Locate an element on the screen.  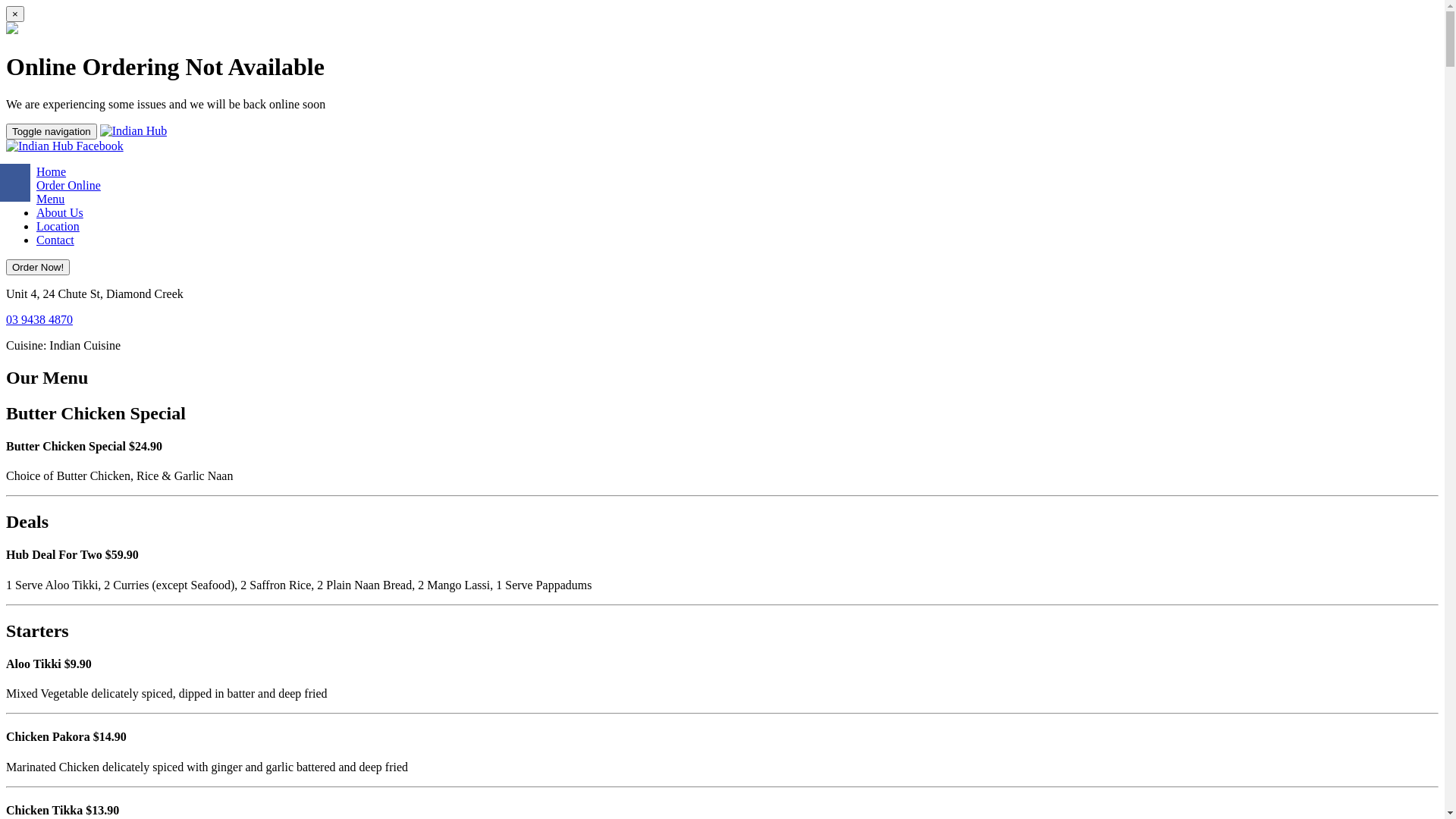
'Location' is located at coordinates (58, 226).